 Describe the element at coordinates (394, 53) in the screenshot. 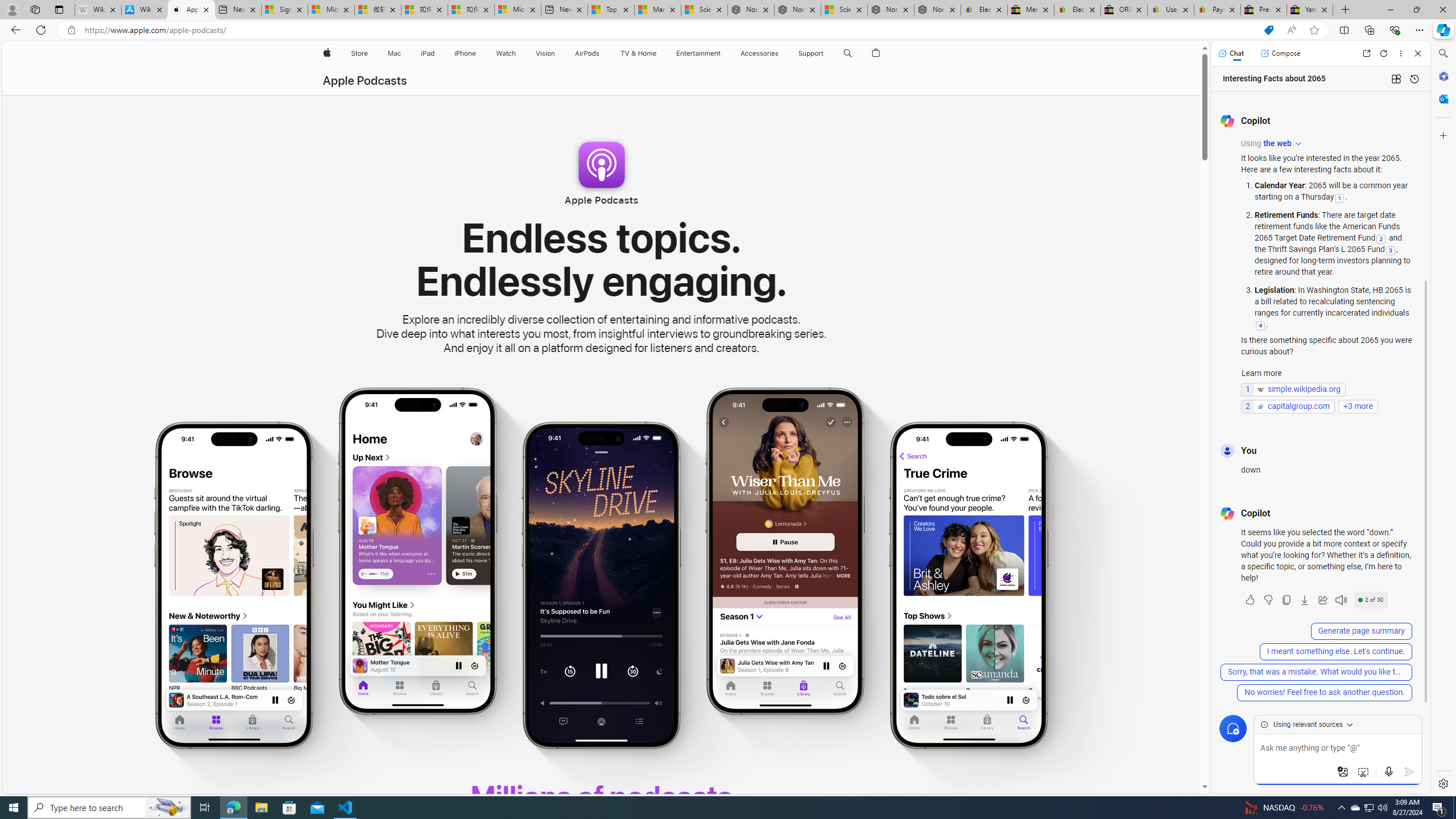

I see `'Mac'` at that location.